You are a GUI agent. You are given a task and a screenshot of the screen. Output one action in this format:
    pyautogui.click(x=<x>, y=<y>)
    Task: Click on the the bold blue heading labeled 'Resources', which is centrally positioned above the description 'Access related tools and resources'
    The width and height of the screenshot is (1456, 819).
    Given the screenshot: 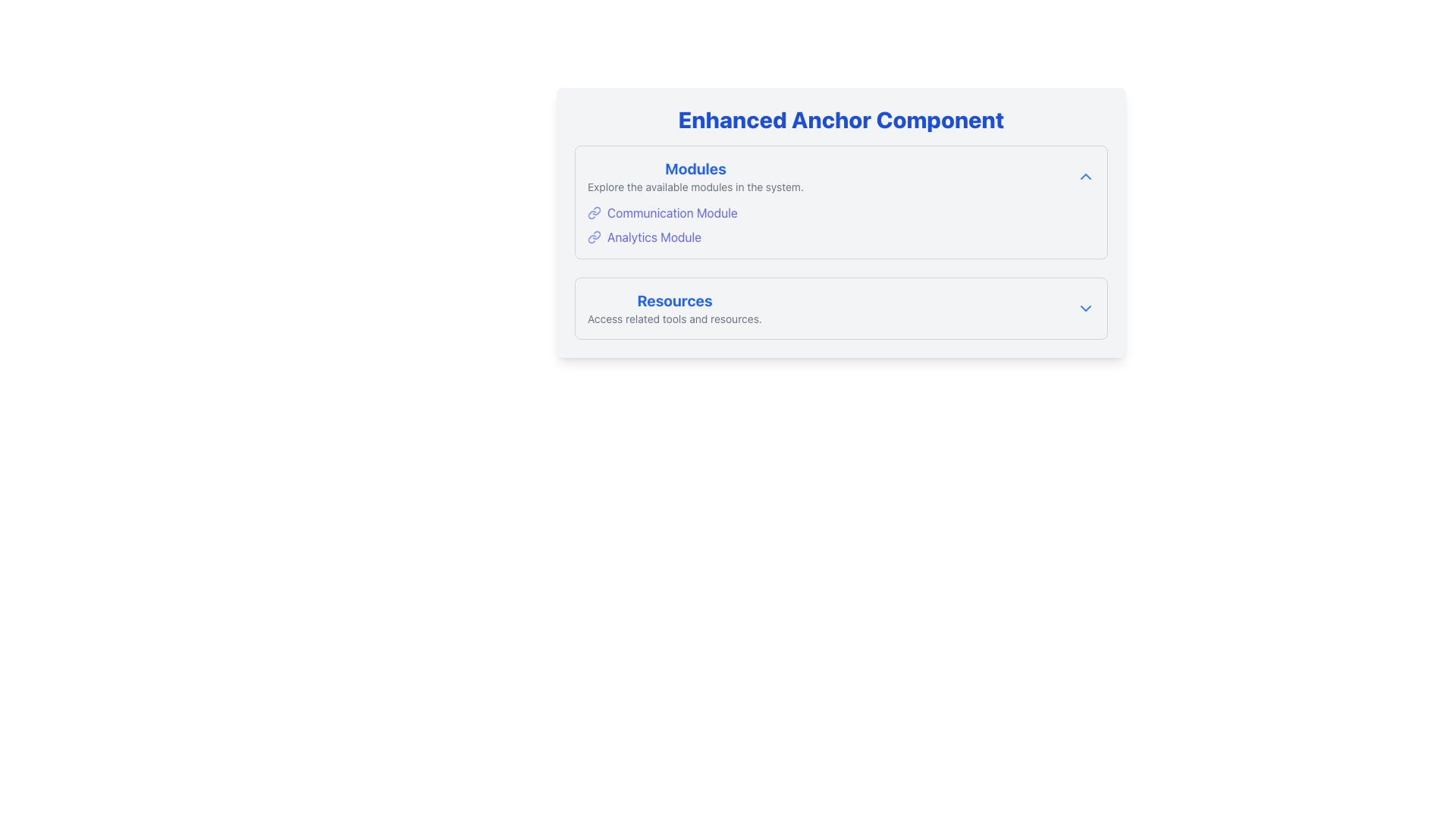 What is the action you would take?
    pyautogui.click(x=673, y=301)
    